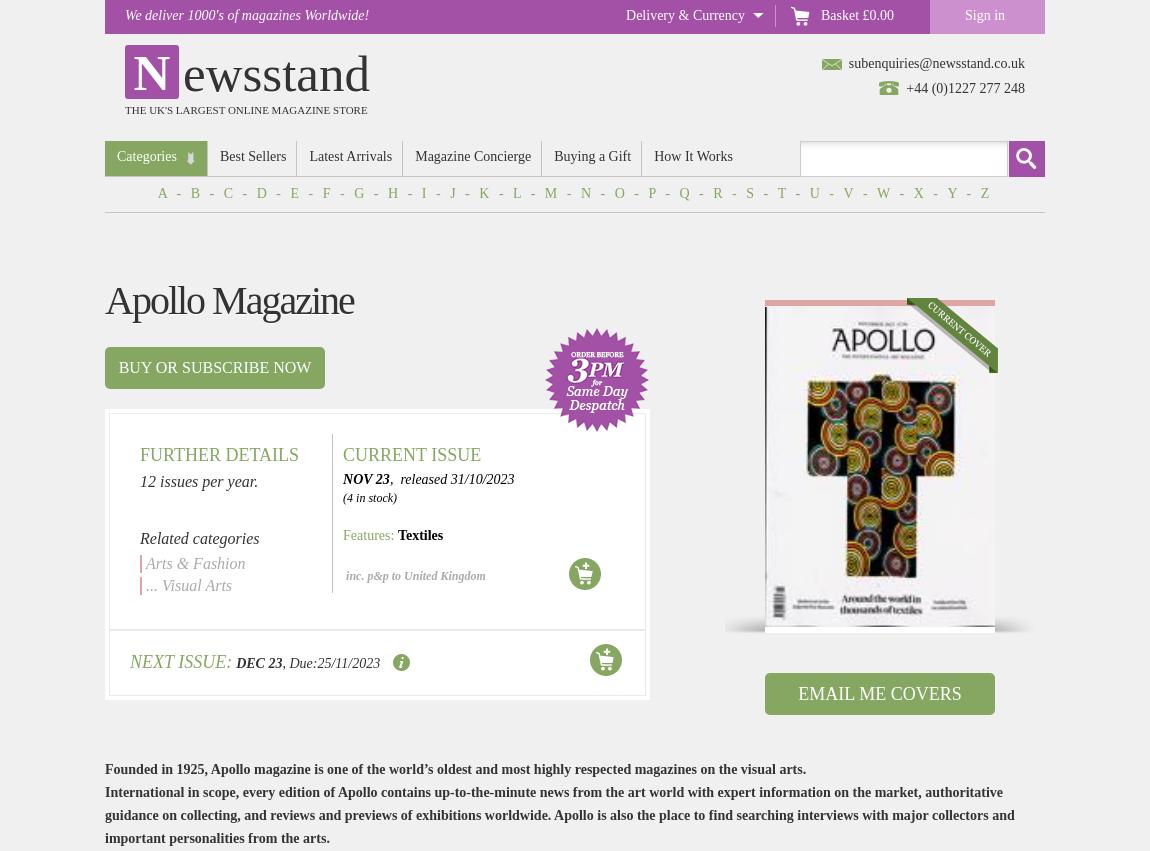 This screenshot has width=1150, height=851. I want to click on 'Founded in 1925, Apollo magazine is one of the world’s oldest and most highly respected magazines on the visual arts.', so click(455, 769).